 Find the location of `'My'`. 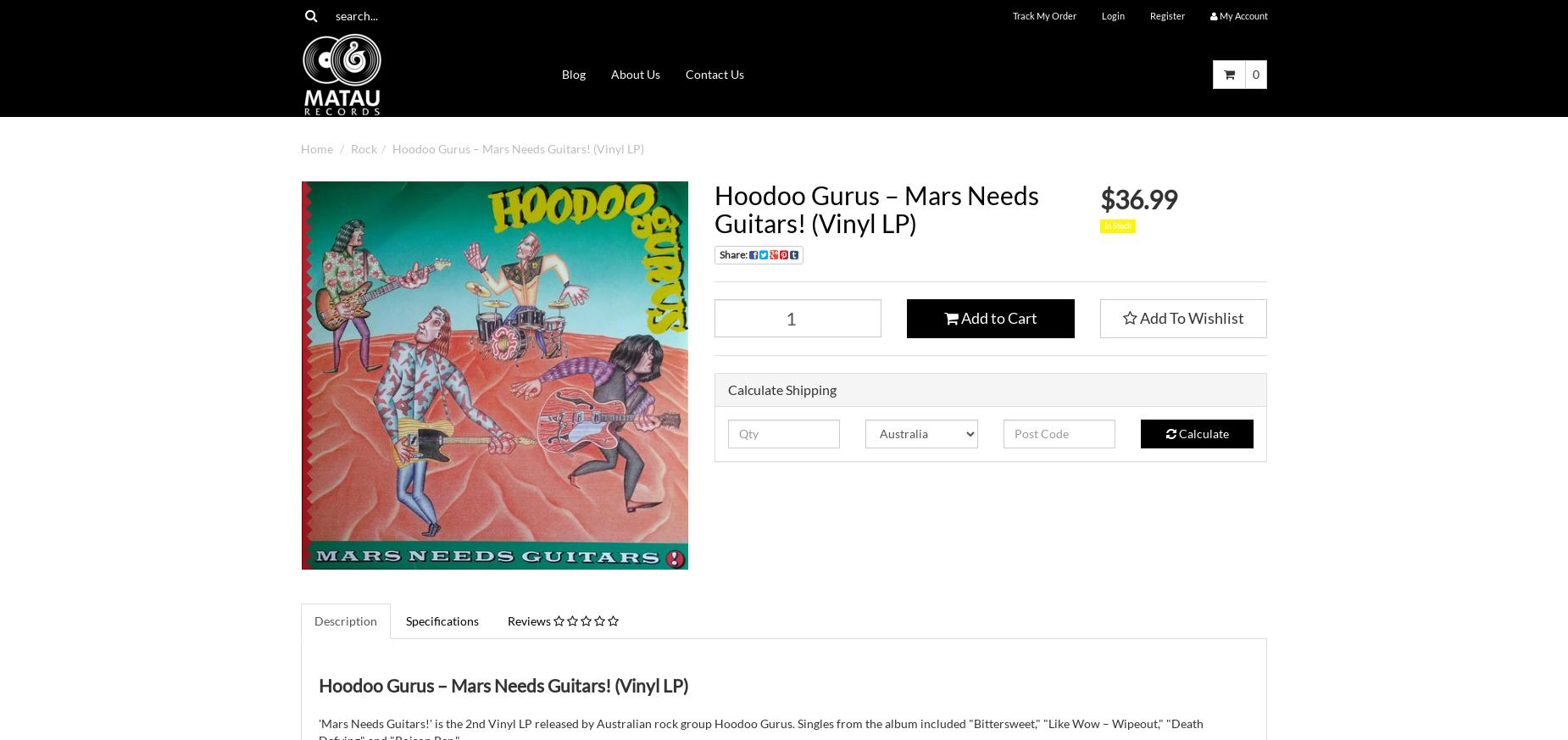

'My' is located at coordinates (1219, 14).